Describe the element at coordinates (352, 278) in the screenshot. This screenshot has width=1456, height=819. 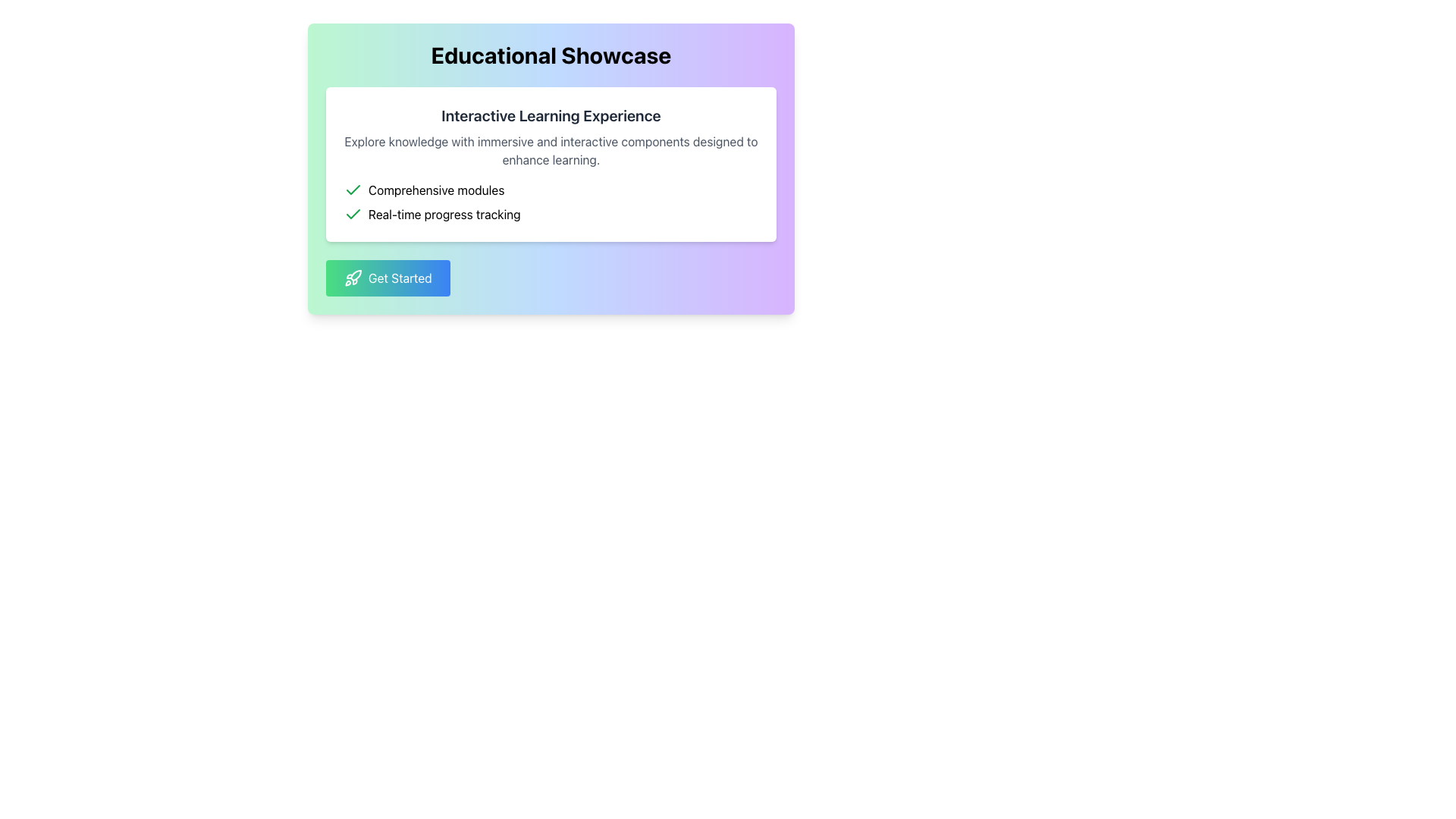
I see `the SVG Icon located within the 'Get Started' button at the bottom left of the 'Educational Showcase' card component` at that location.